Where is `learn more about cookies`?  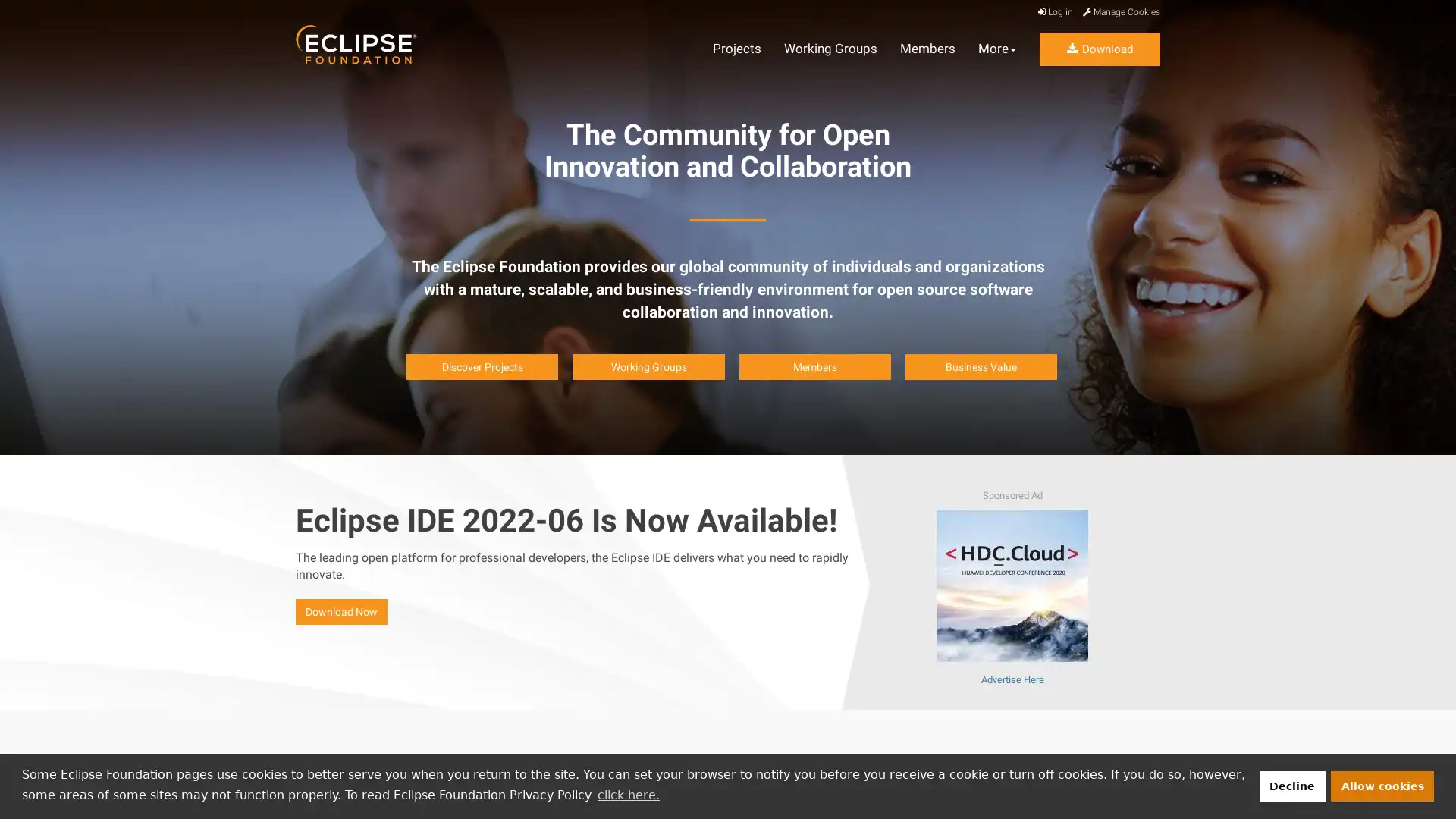
learn more about cookies is located at coordinates (628, 794).